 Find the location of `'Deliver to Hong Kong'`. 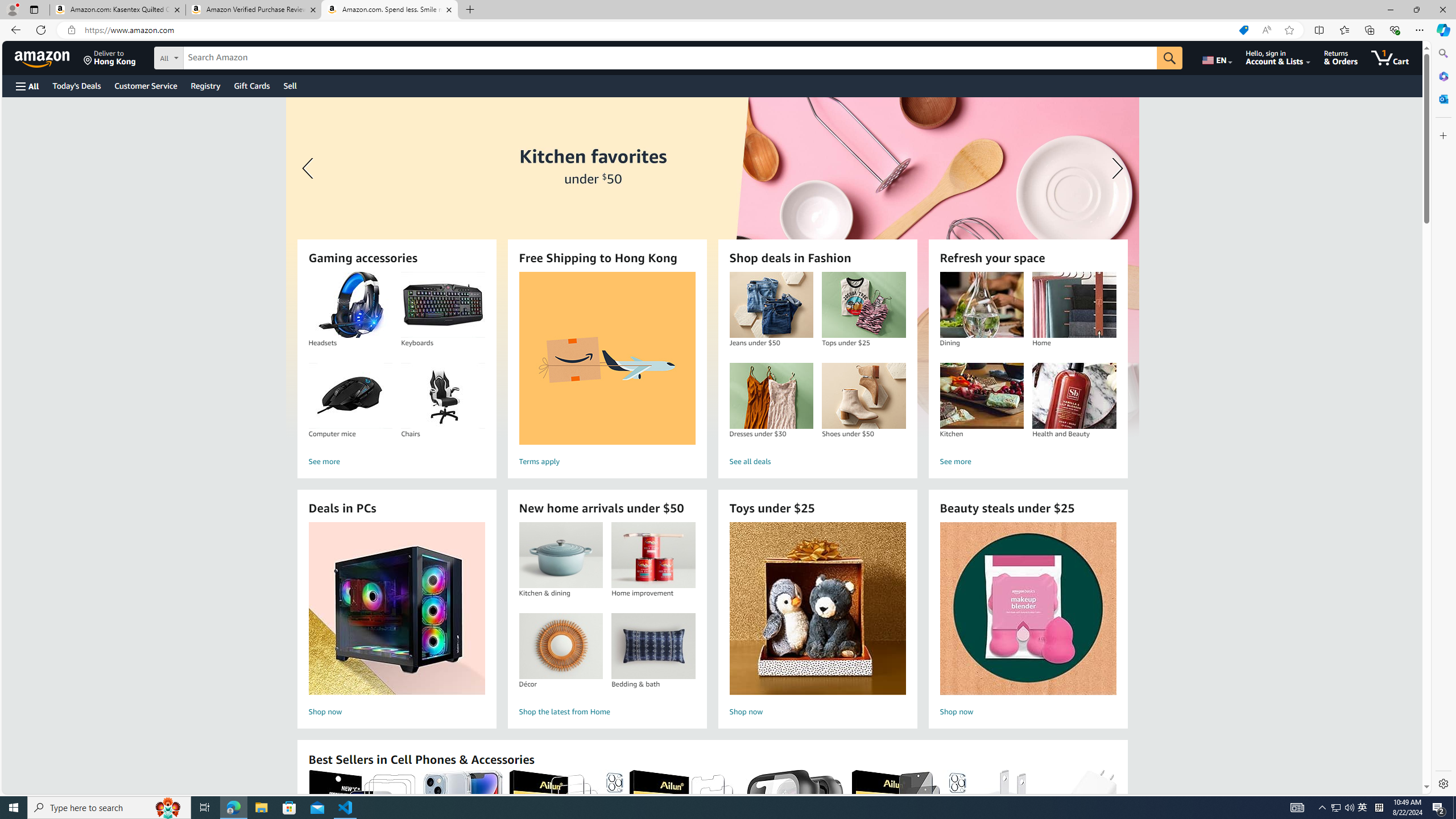

'Deliver to Hong Kong' is located at coordinates (109, 57).